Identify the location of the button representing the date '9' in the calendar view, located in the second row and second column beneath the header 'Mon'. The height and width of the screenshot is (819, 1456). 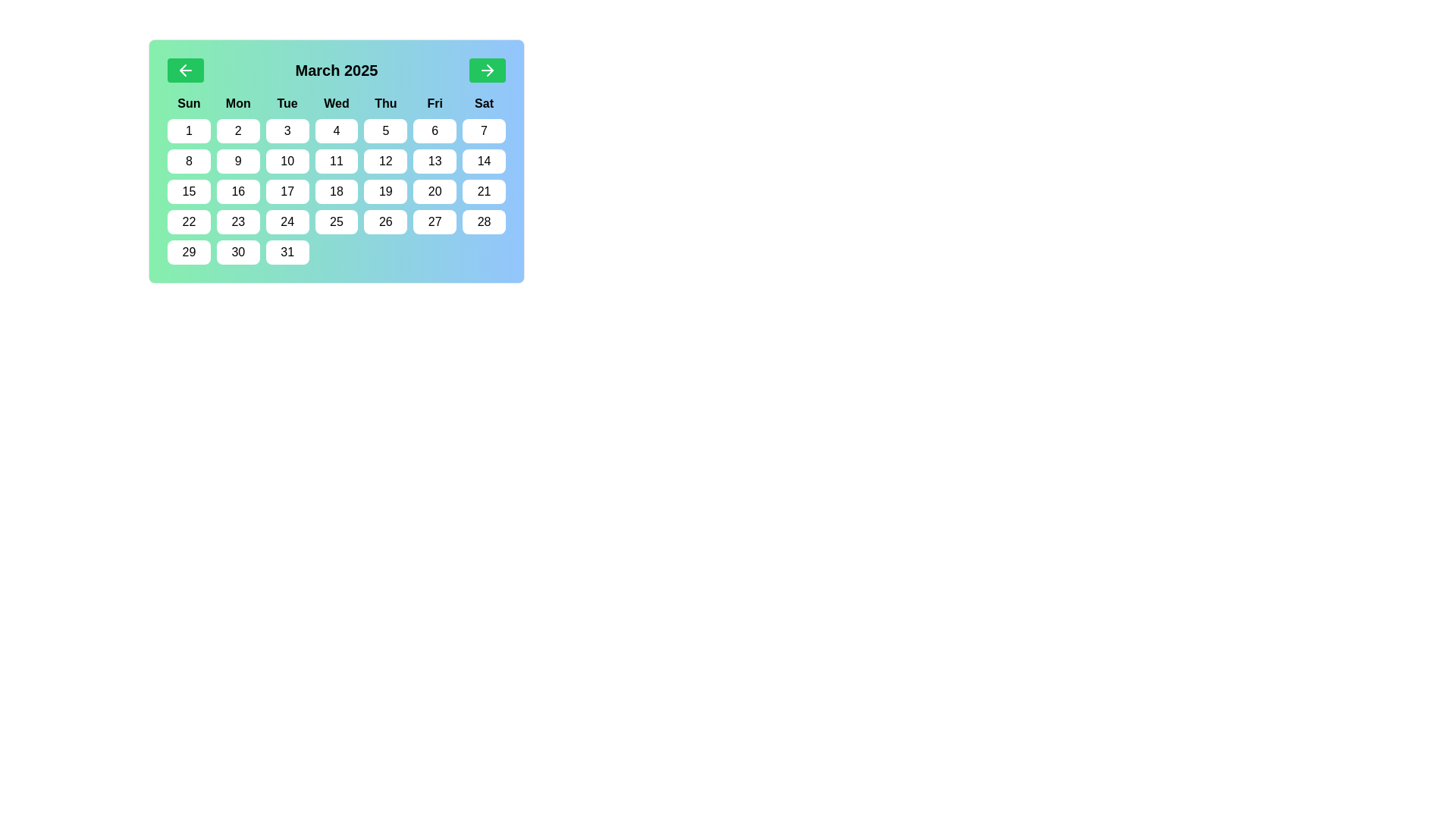
(237, 161).